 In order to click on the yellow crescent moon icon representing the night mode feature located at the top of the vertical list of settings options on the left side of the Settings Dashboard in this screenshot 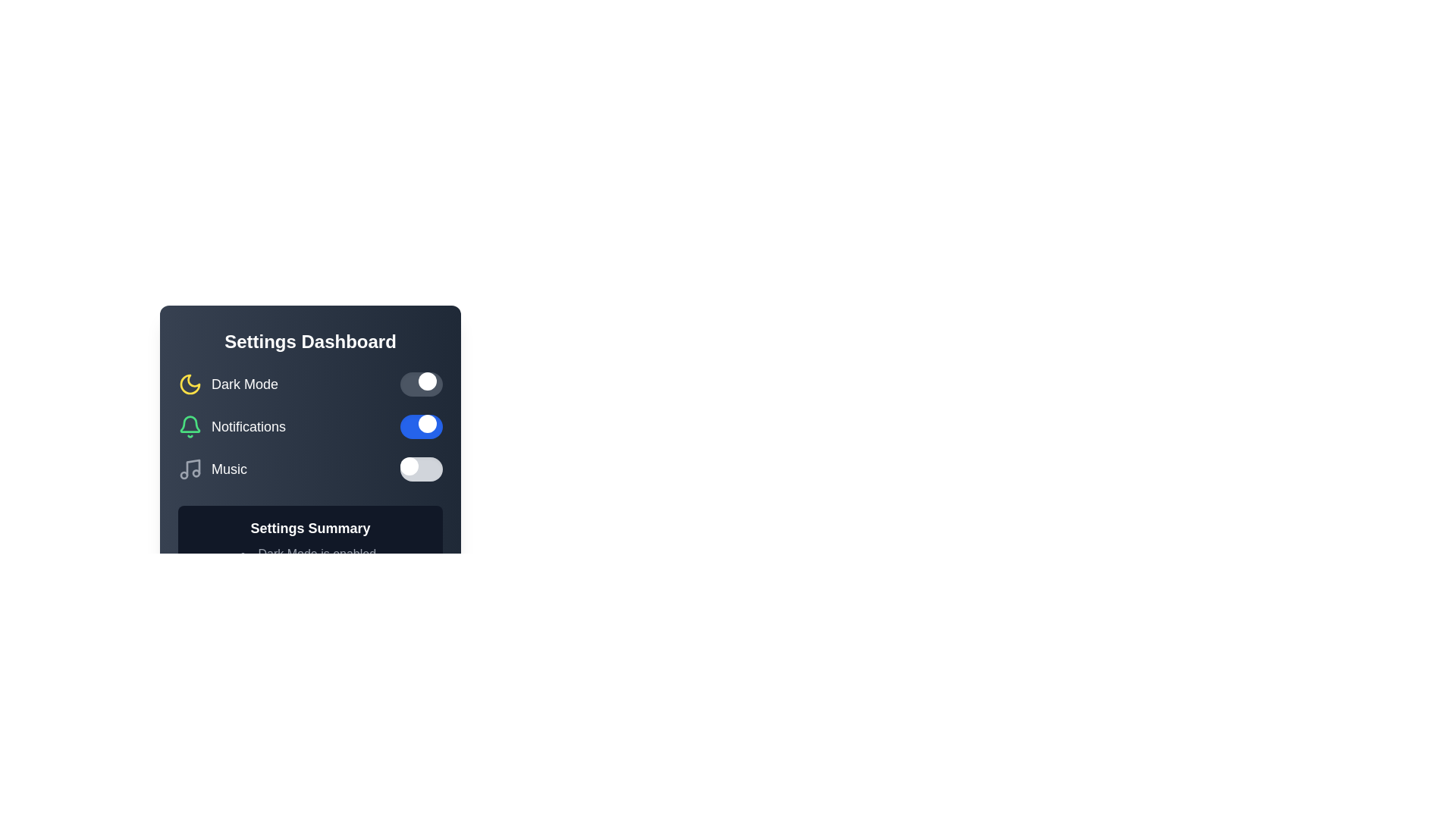, I will do `click(189, 383)`.